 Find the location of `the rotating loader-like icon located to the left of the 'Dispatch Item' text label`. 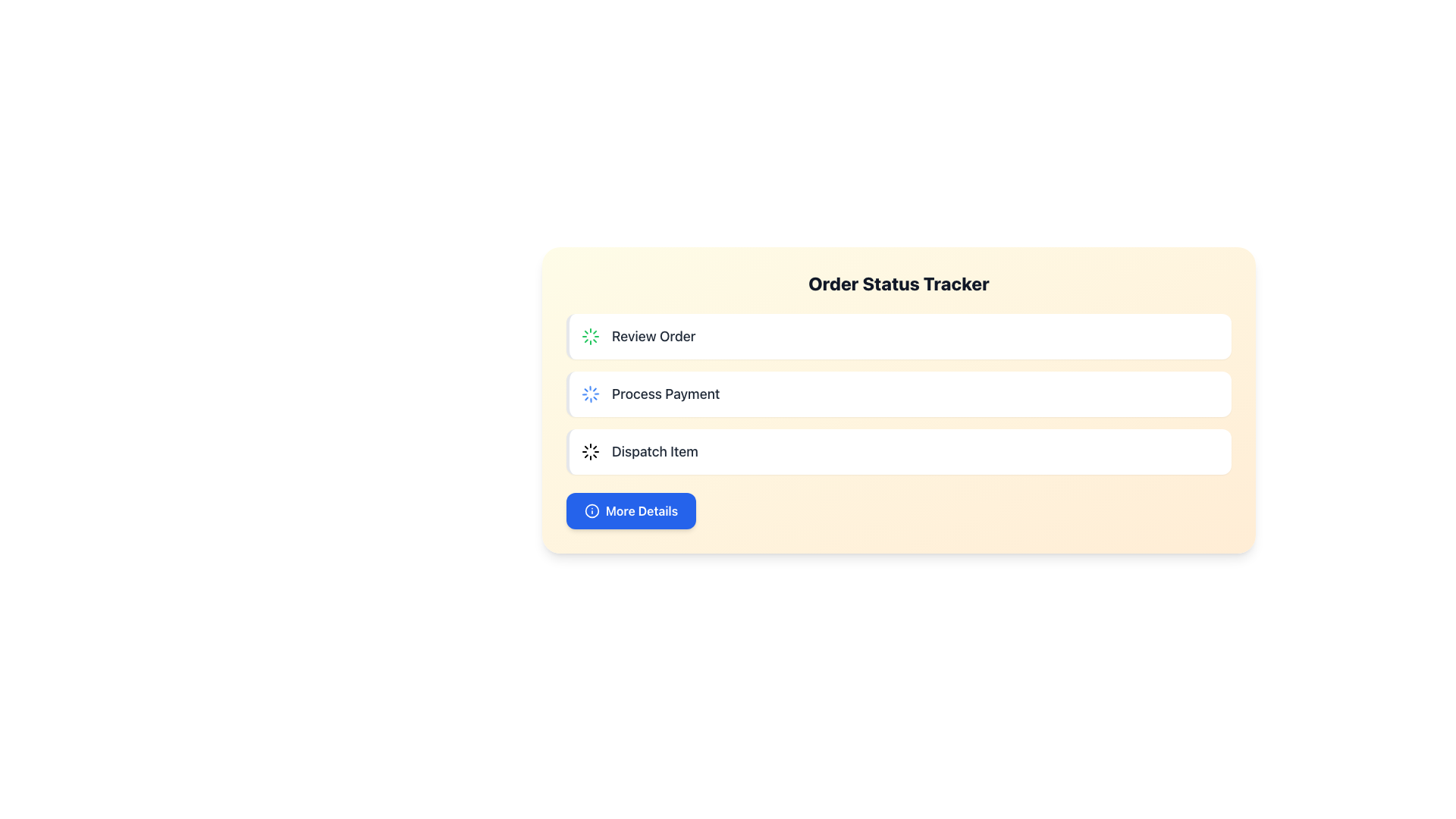

the rotating loader-like icon located to the left of the 'Dispatch Item' text label is located at coordinates (589, 451).